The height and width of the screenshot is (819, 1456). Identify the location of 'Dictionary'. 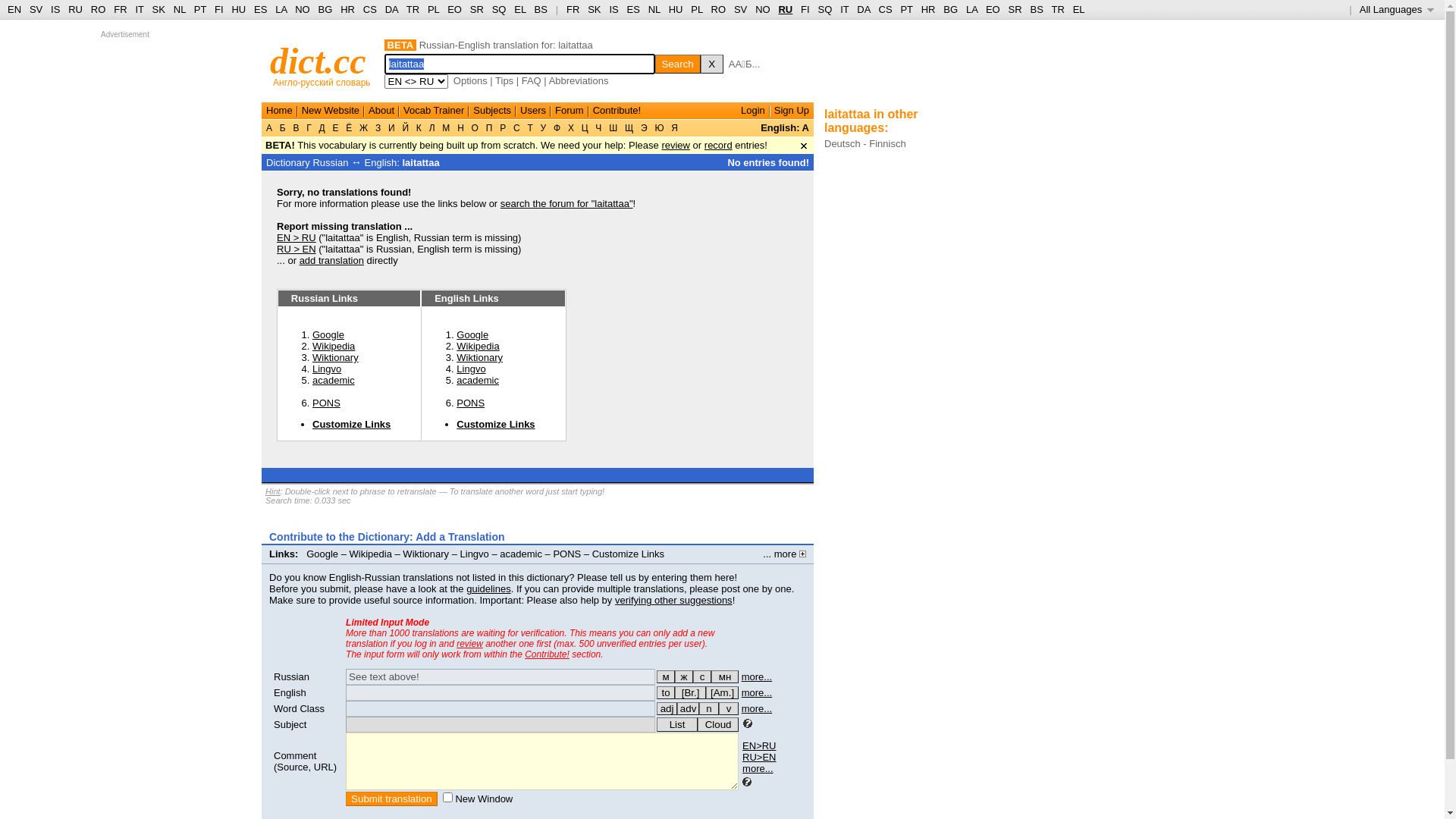
(287, 162).